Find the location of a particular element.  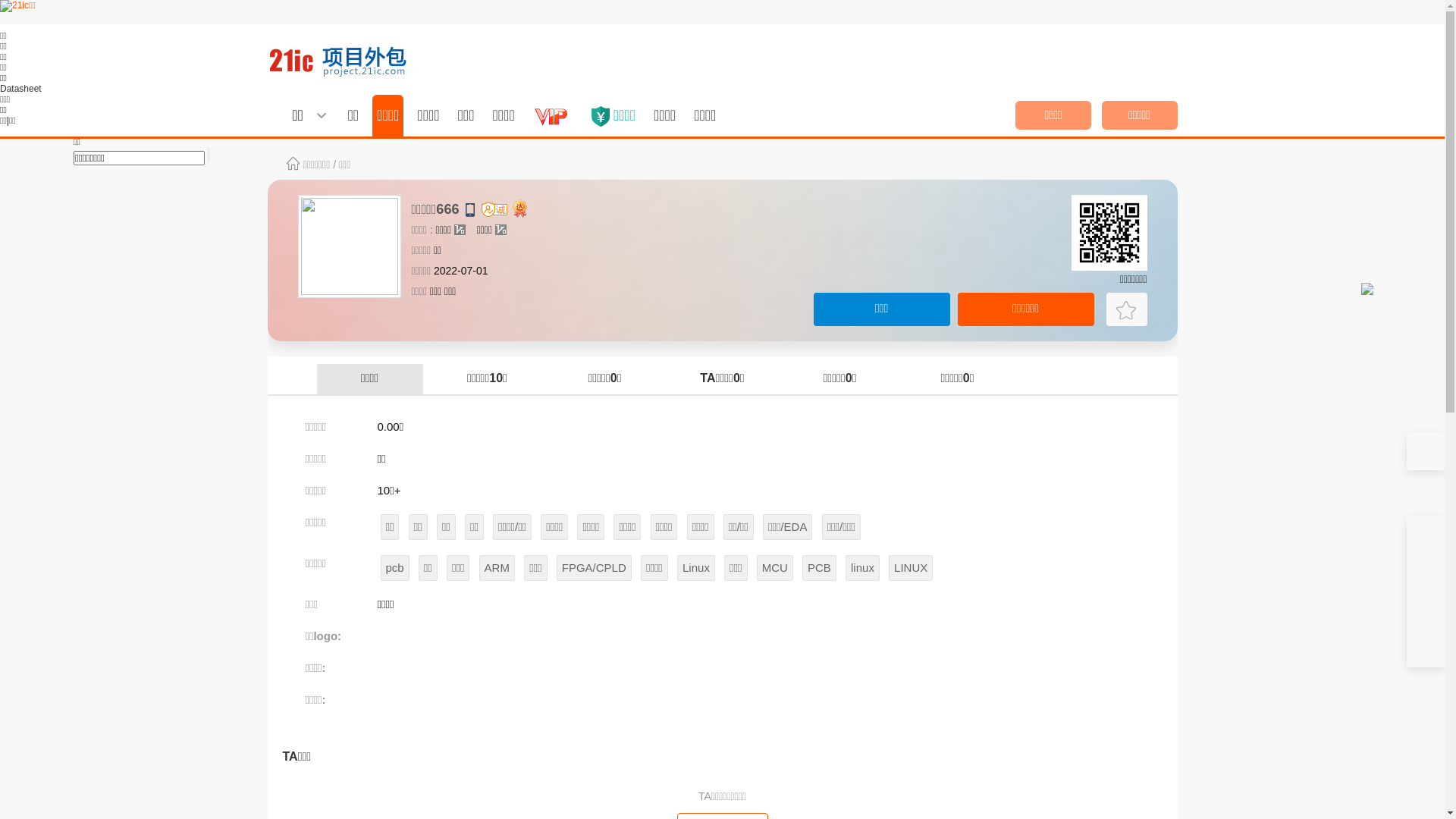

'MCU' is located at coordinates (775, 567).